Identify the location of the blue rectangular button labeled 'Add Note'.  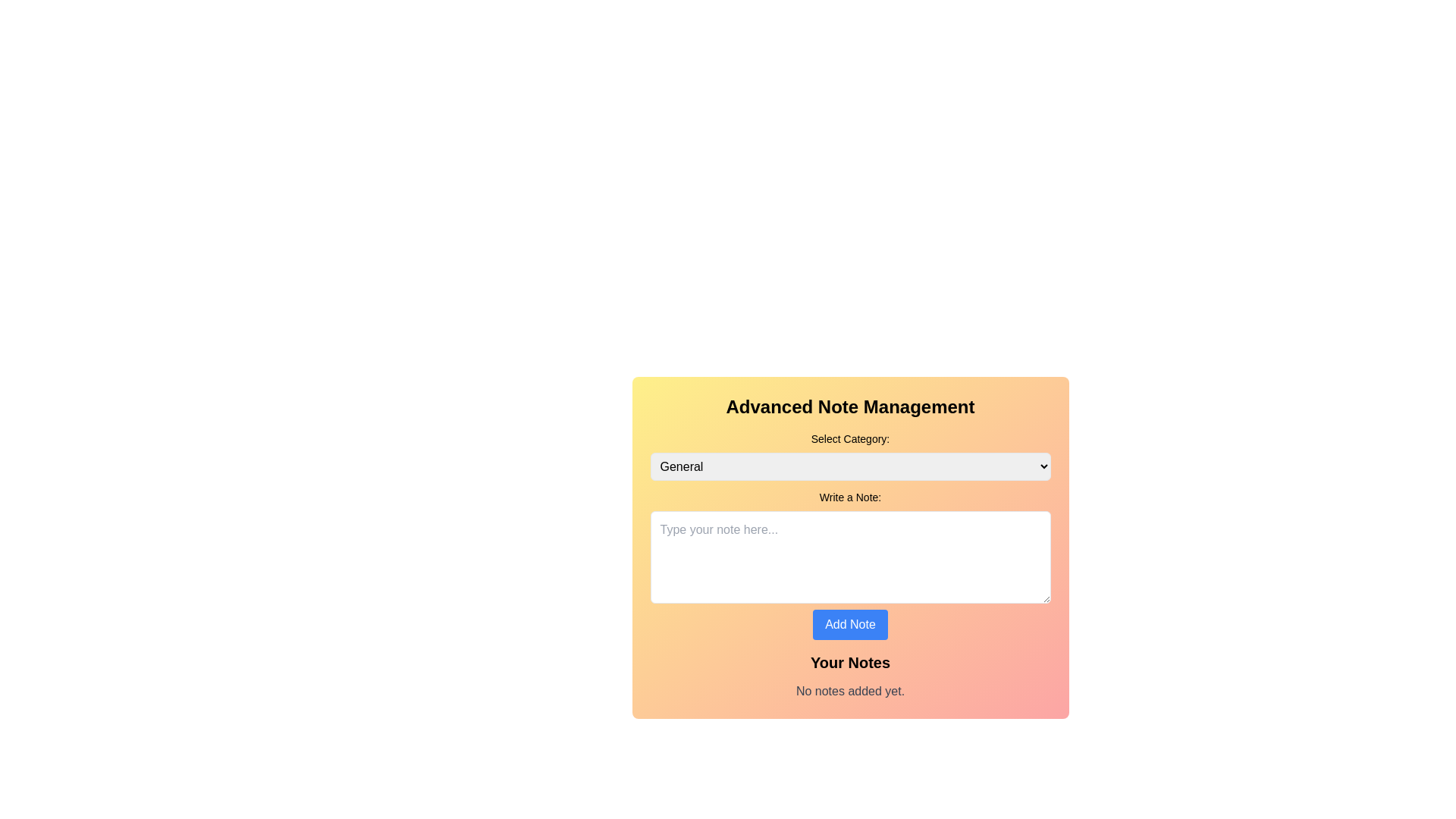
(850, 625).